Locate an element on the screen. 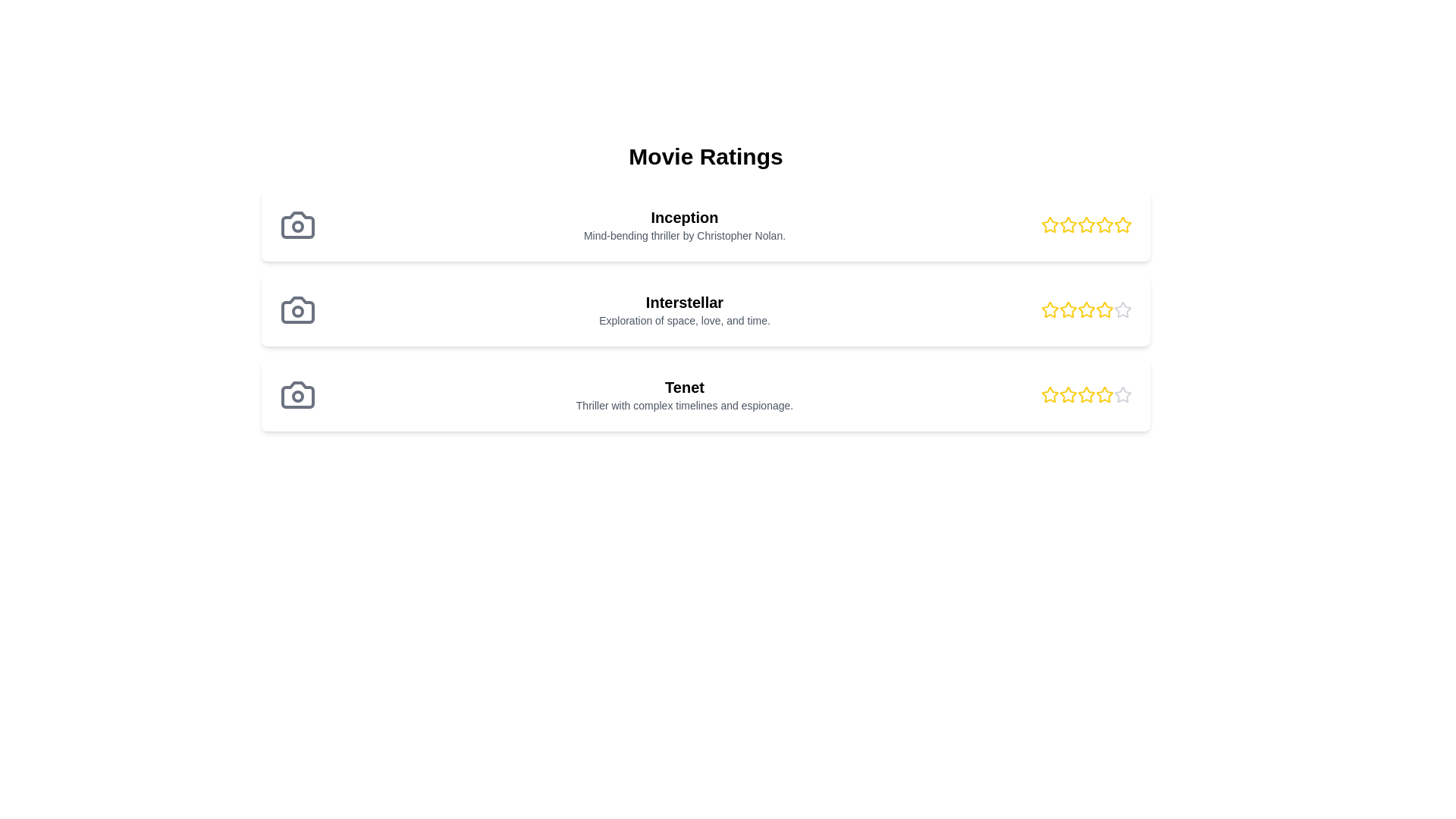 This screenshot has height=819, width=1456. the second star from the left in the row of stars for the movie 'Inception' to assign a rating is located at coordinates (1066, 224).